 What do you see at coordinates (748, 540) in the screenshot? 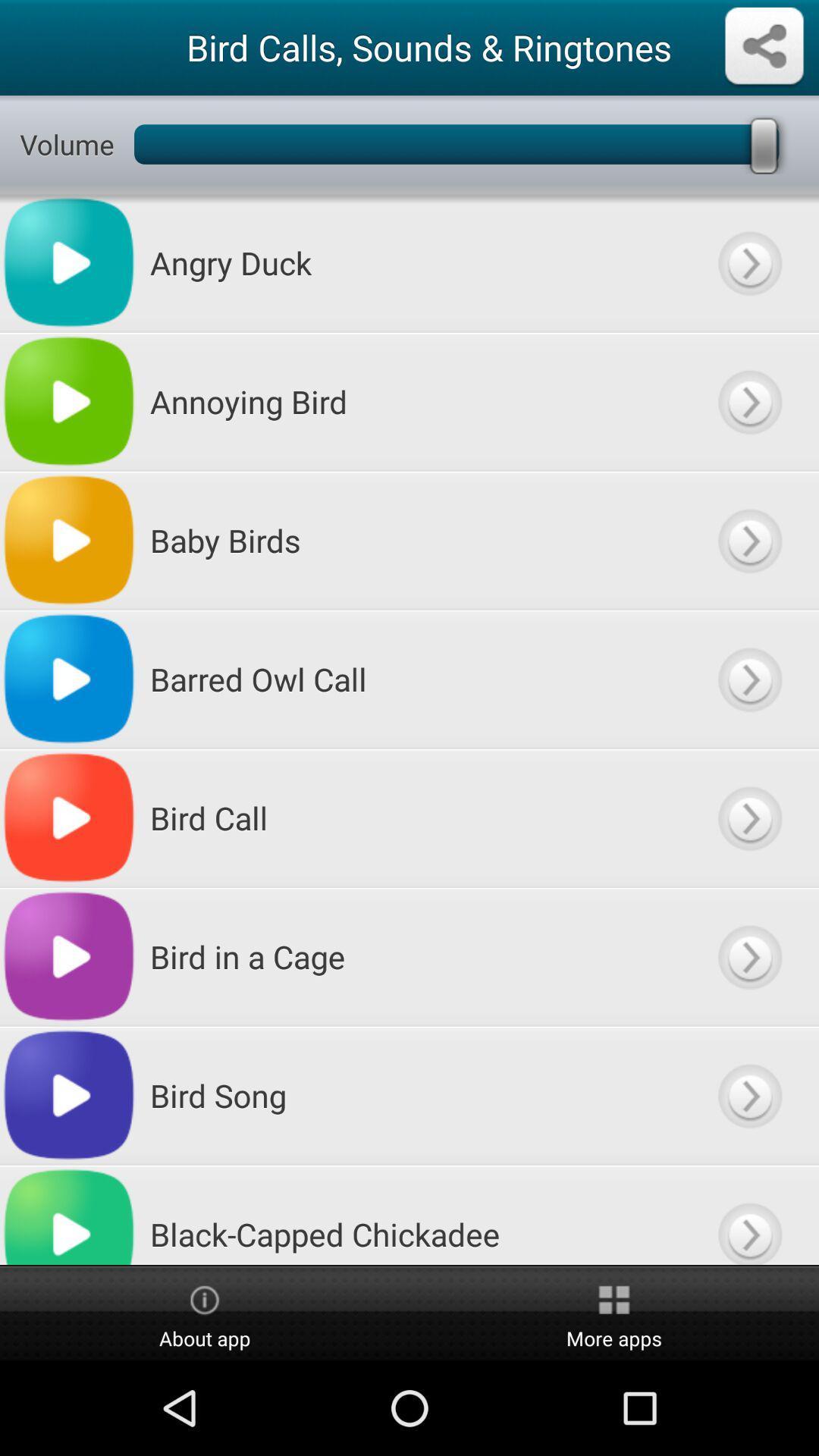
I see `menu option` at bounding box center [748, 540].